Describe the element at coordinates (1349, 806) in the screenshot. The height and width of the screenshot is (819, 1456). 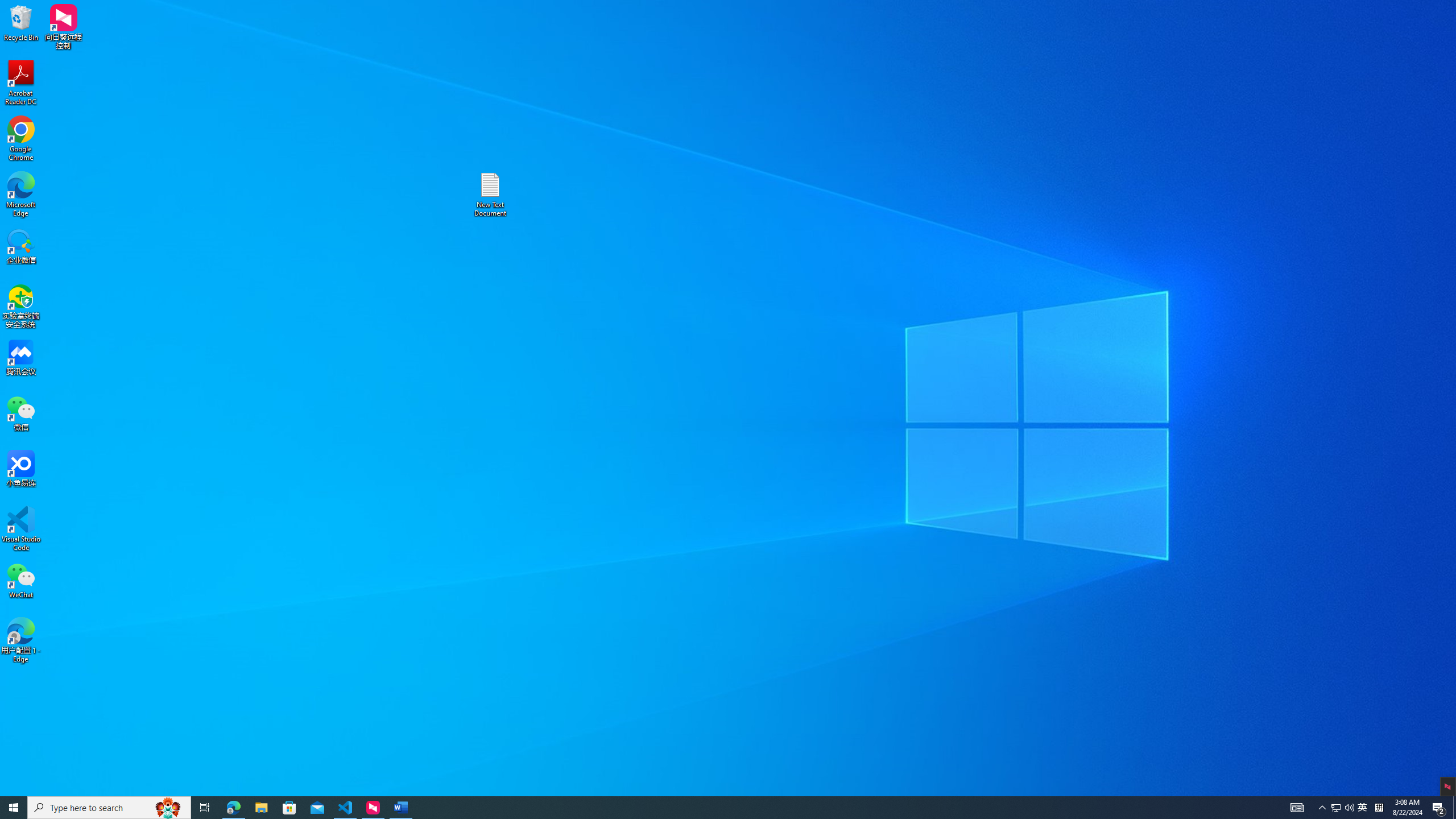
I see `'Q2790: 100%'` at that location.